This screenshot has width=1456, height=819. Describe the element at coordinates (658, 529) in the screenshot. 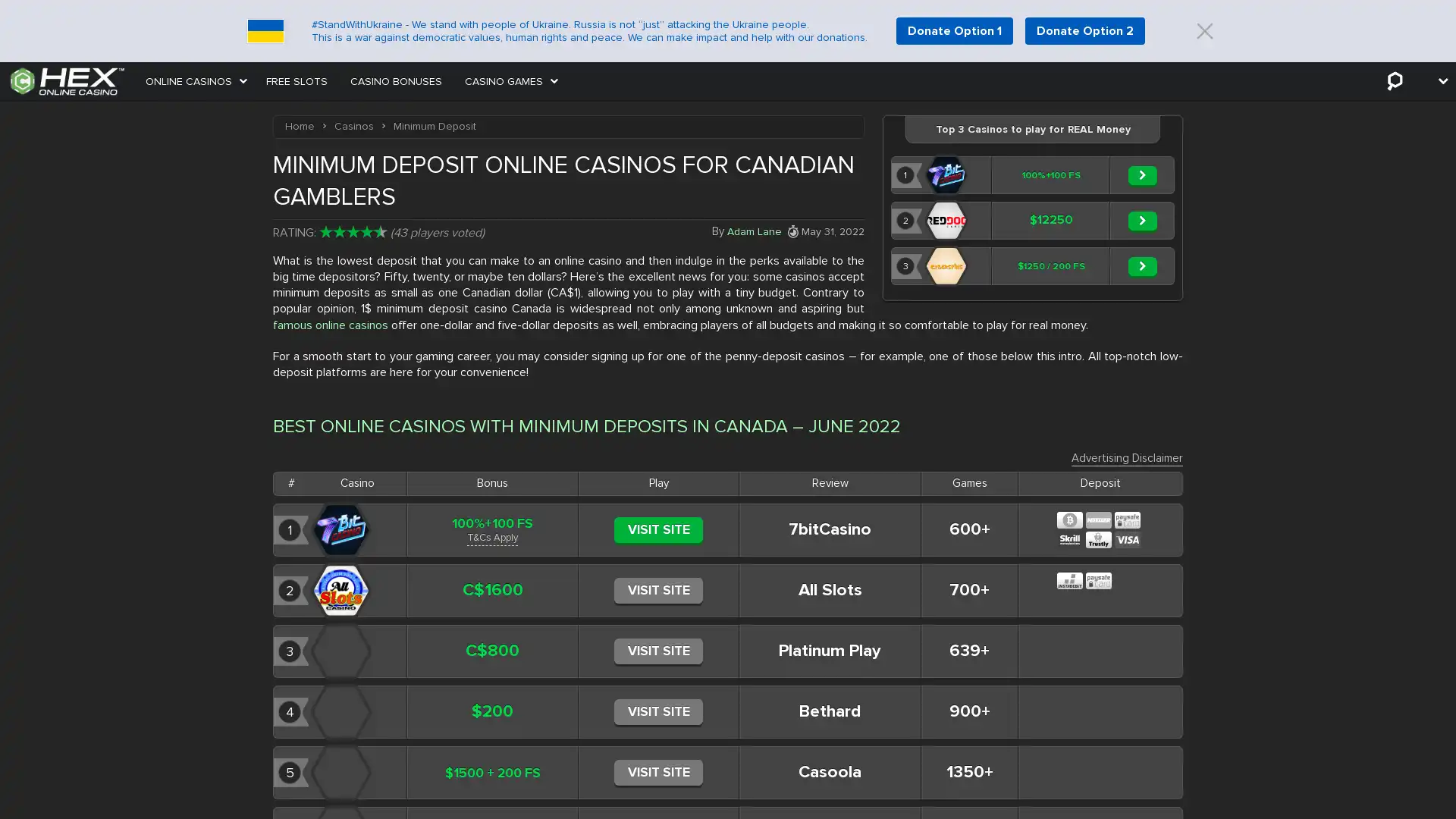

I see `VISIT SITE` at that location.